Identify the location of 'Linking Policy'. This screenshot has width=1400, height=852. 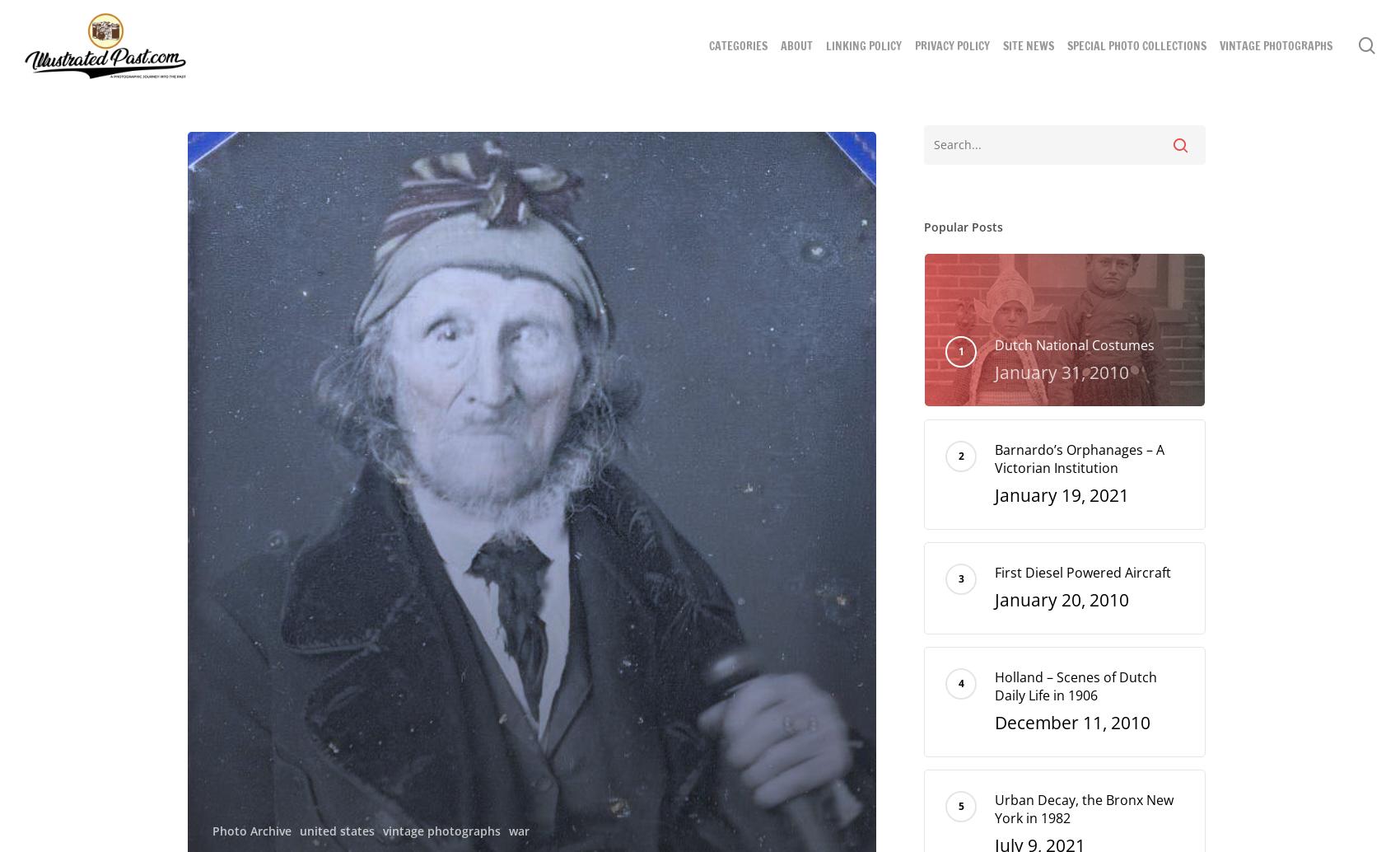
(825, 46).